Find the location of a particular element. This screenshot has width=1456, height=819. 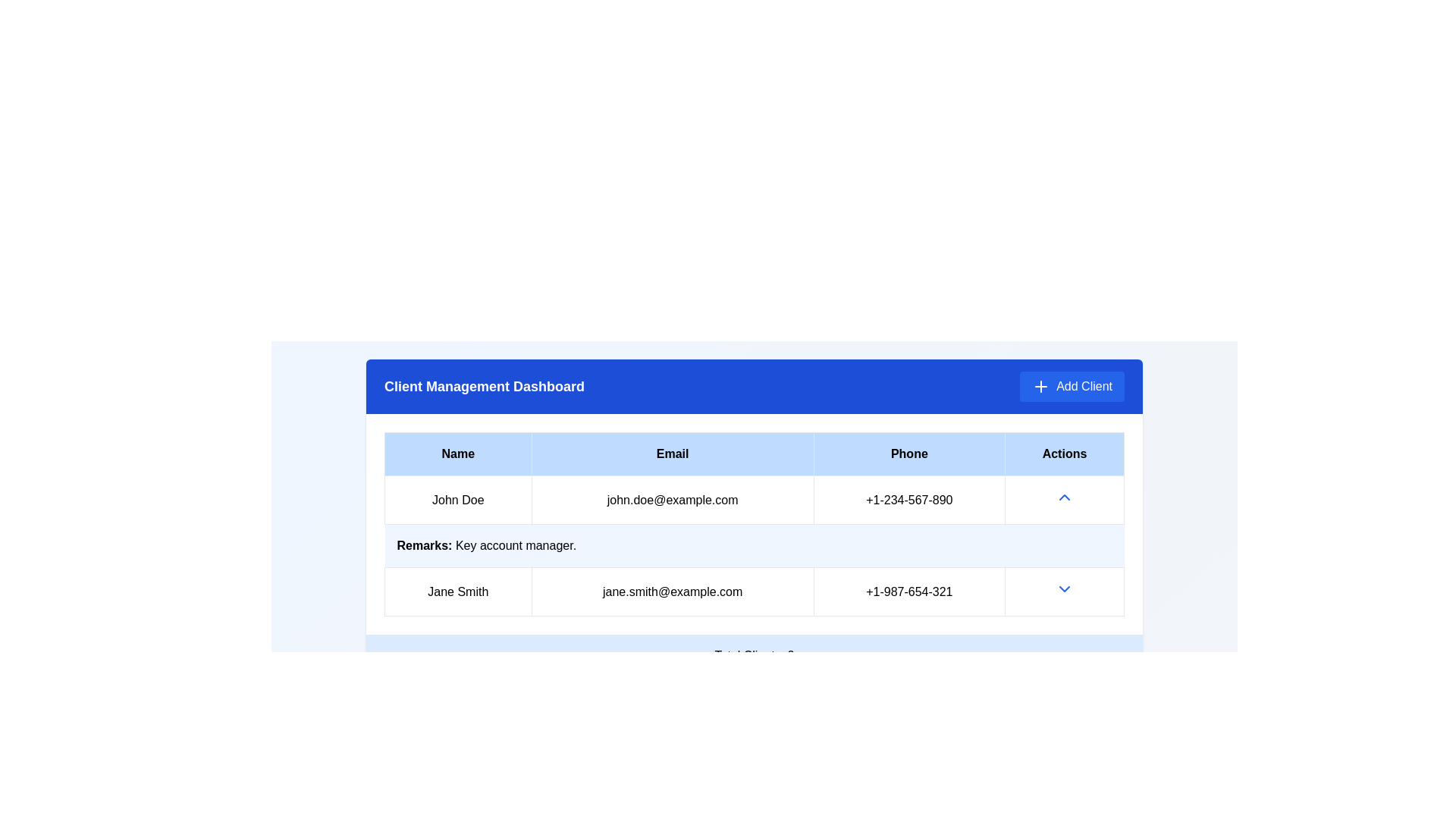

the phone number display located is located at coordinates (909, 590).